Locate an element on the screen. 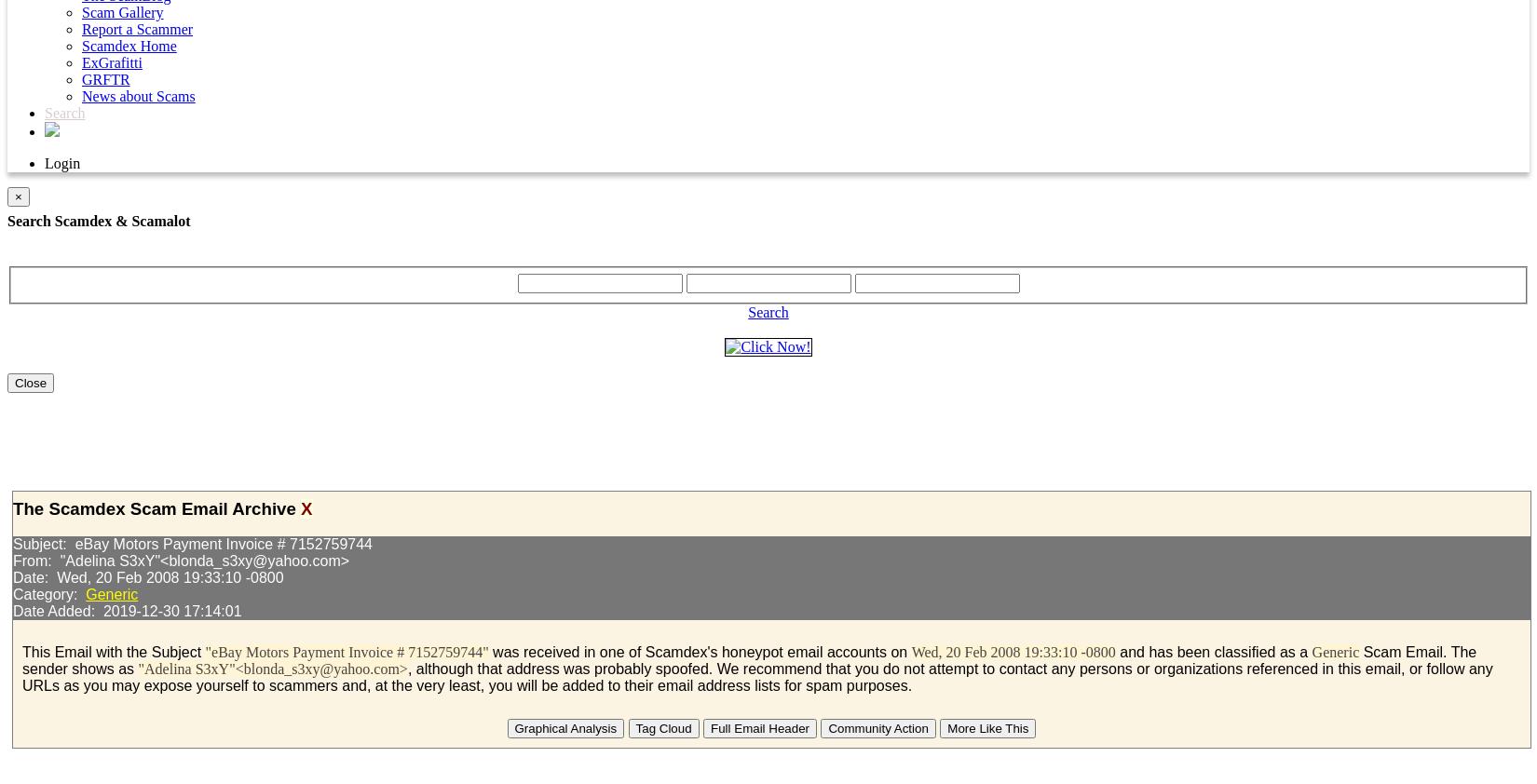 The height and width of the screenshot is (784, 1537). 'Category:' is located at coordinates (48, 594).